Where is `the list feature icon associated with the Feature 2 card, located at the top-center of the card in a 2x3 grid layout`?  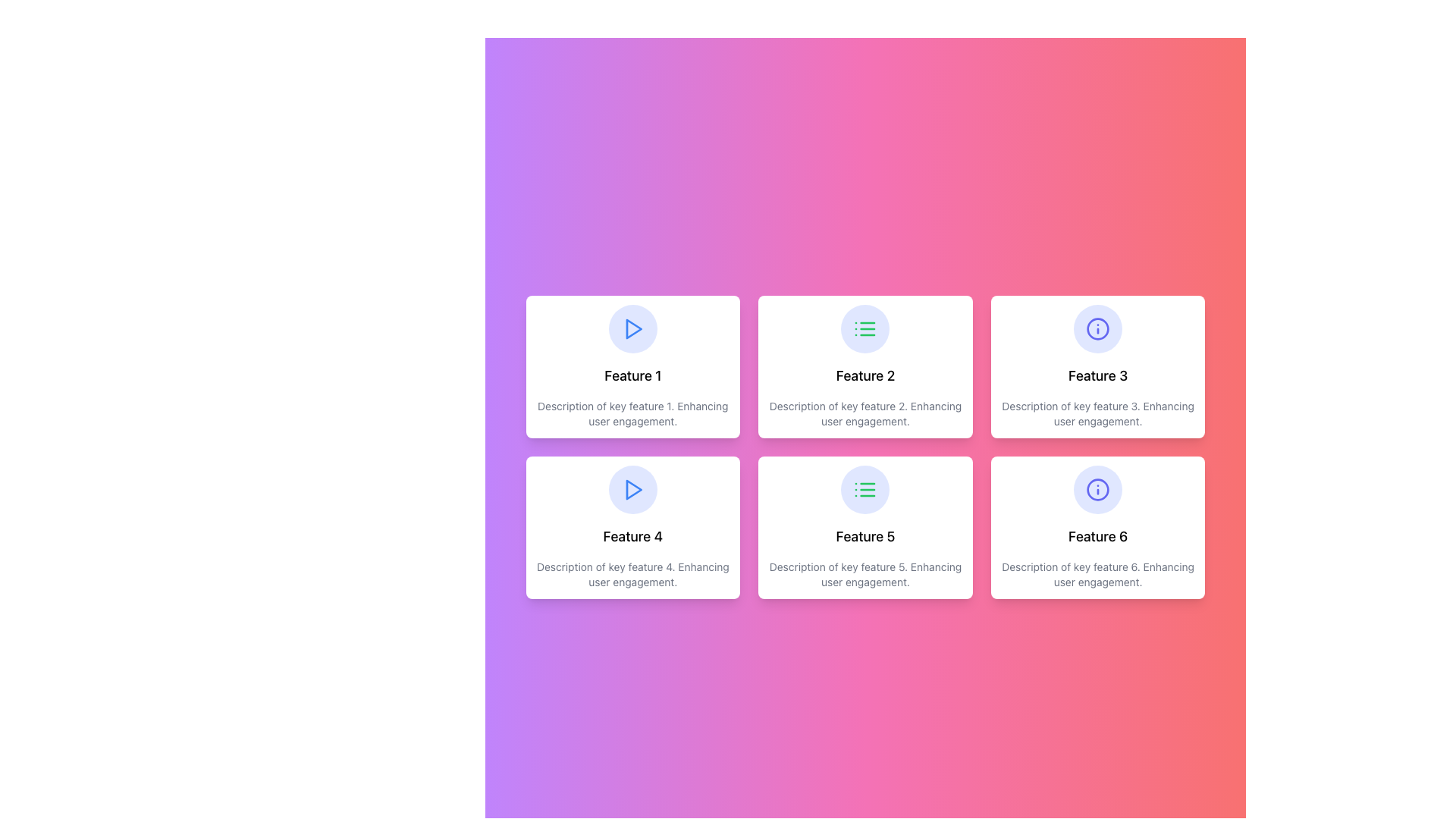 the list feature icon associated with the Feature 2 card, located at the top-center of the card in a 2x3 grid layout is located at coordinates (865, 328).